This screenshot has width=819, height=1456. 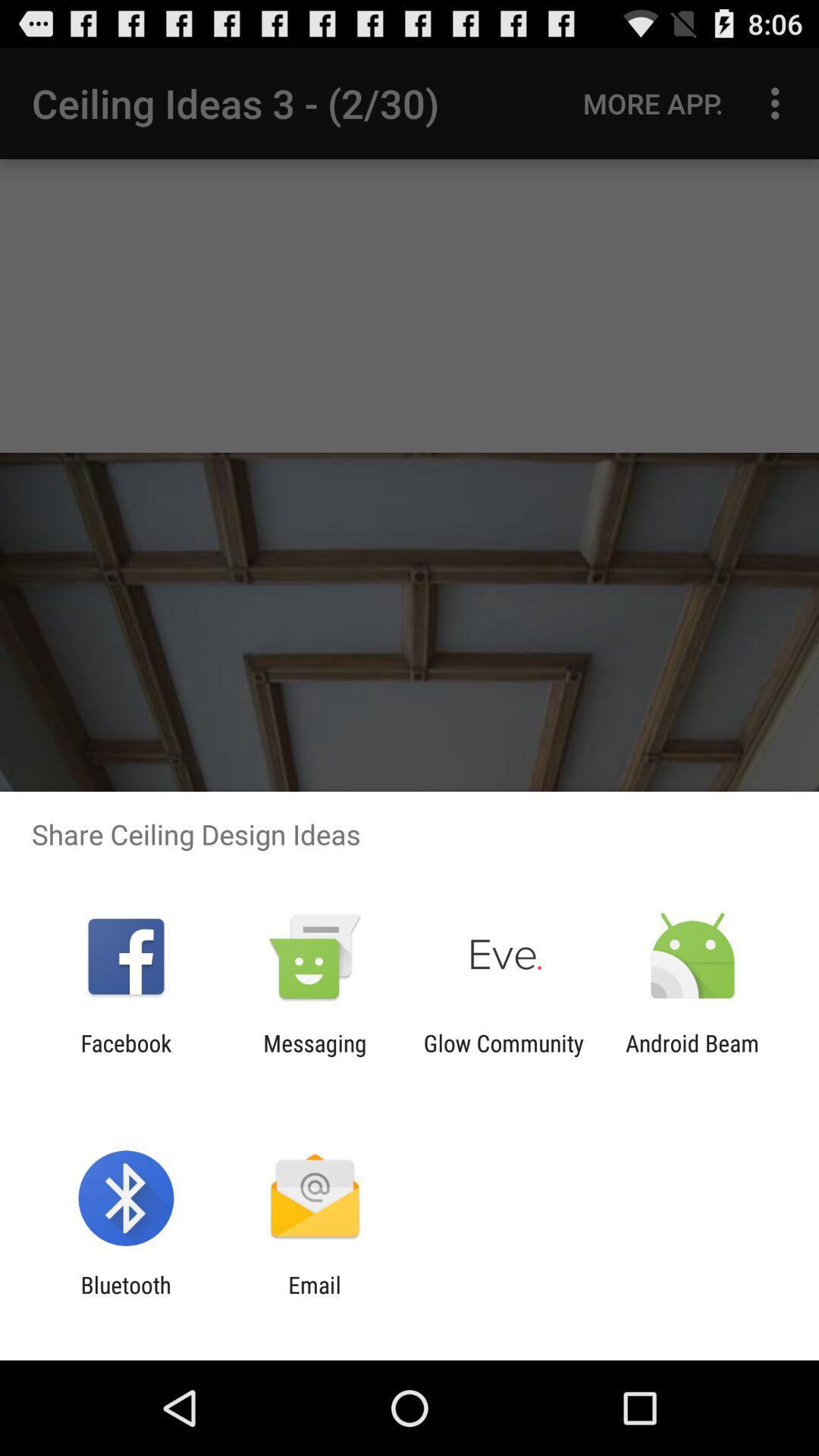 What do you see at coordinates (692, 1056) in the screenshot?
I see `the app at the bottom right corner` at bounding box center [692, 1056].